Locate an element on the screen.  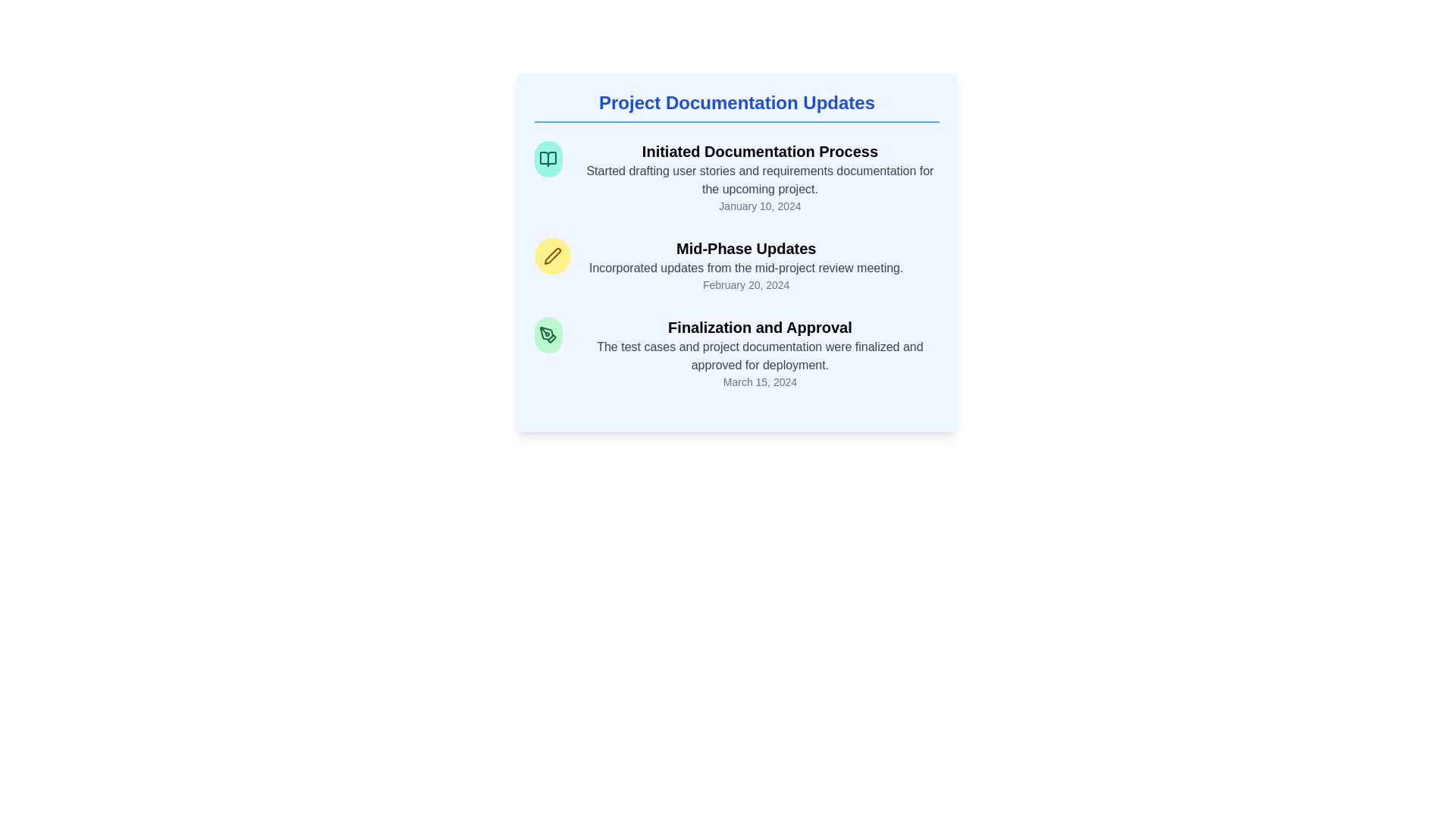
text content of the informational block titled 'Initiated Documentation Process', which includes a description and a date is located at coordinates (736, 177).